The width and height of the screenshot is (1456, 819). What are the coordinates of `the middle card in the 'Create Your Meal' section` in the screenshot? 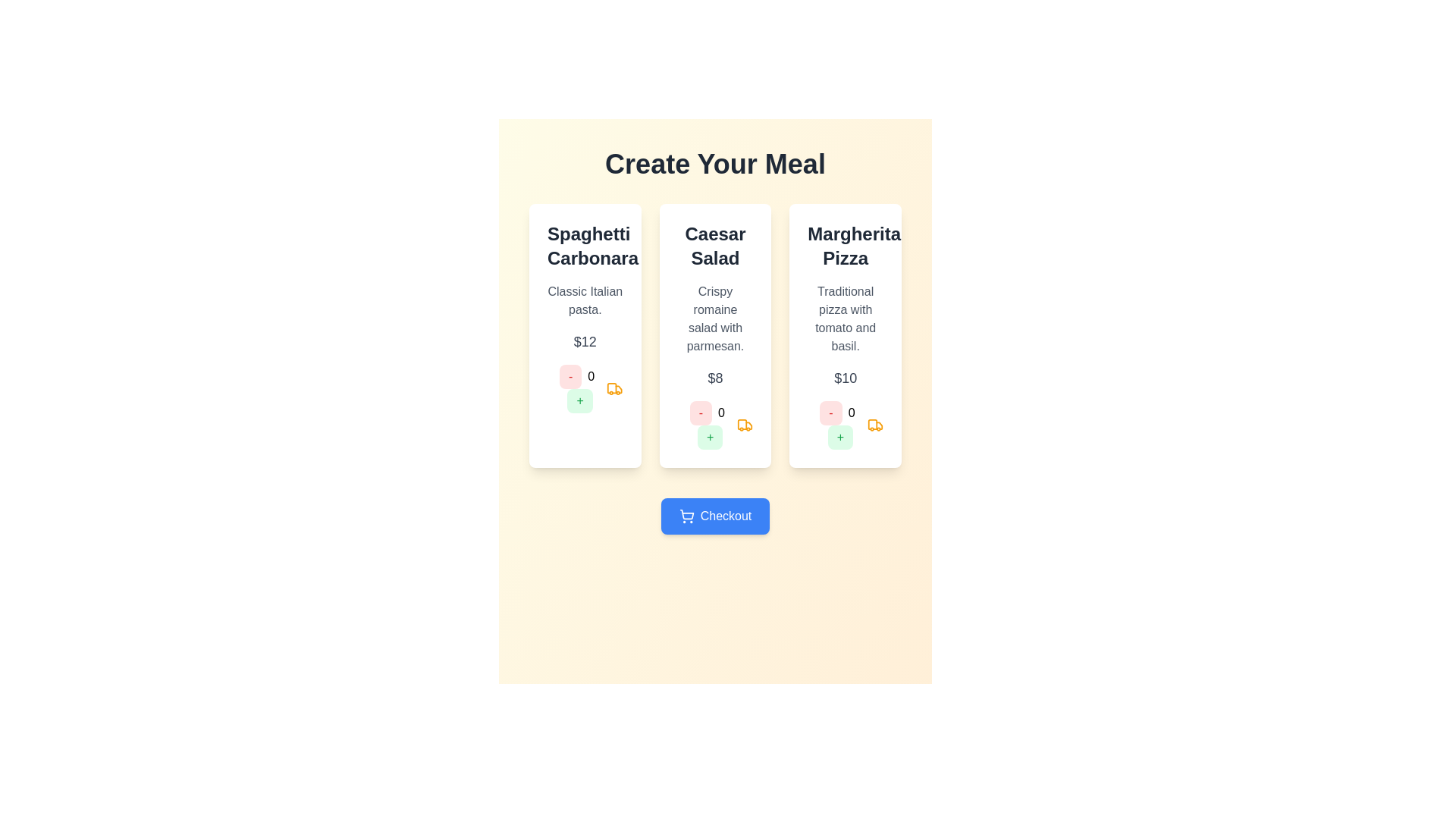 It's located at (714, 335).